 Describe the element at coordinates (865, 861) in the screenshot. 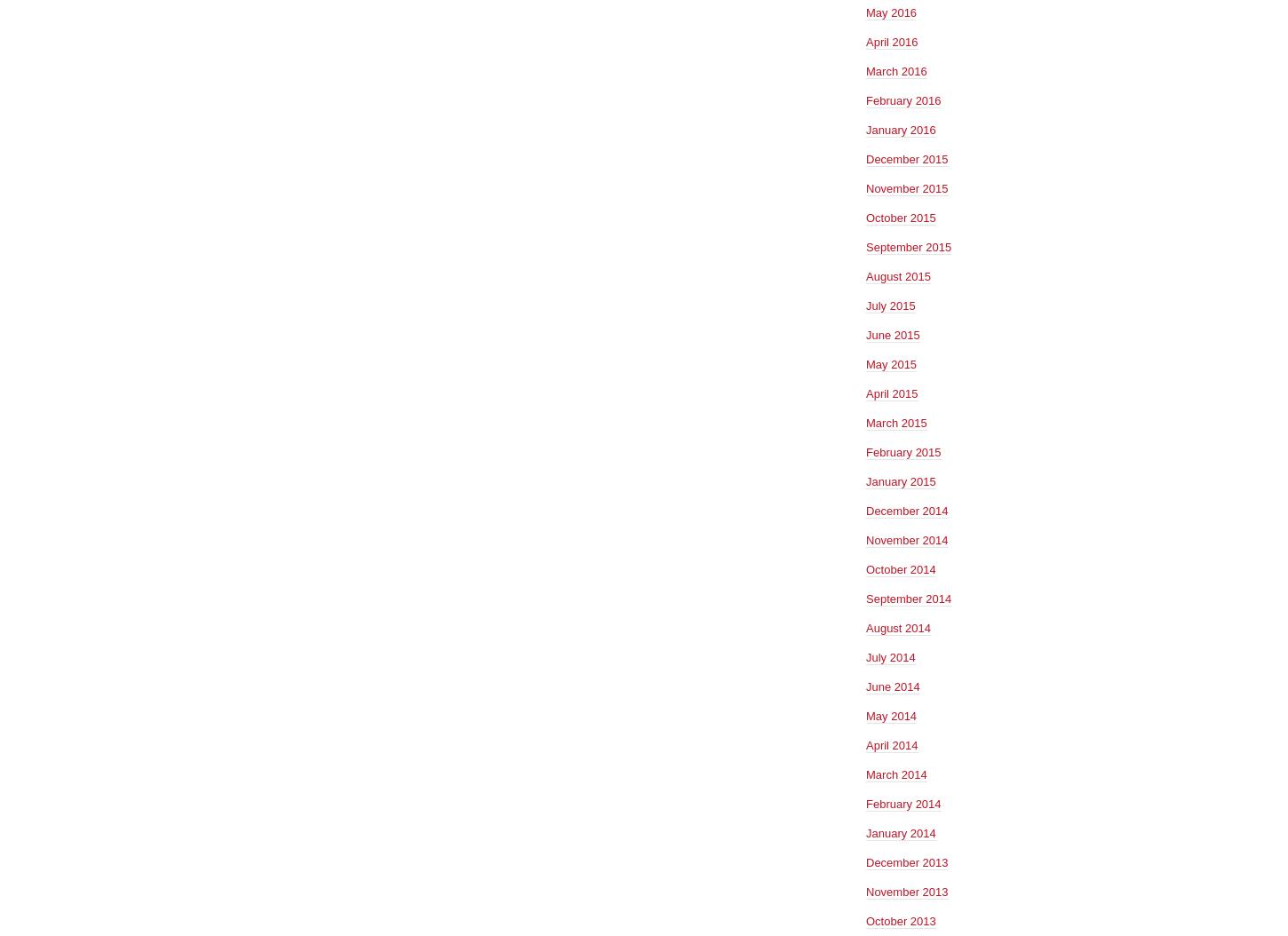

I see `'December 2013'` at that location.